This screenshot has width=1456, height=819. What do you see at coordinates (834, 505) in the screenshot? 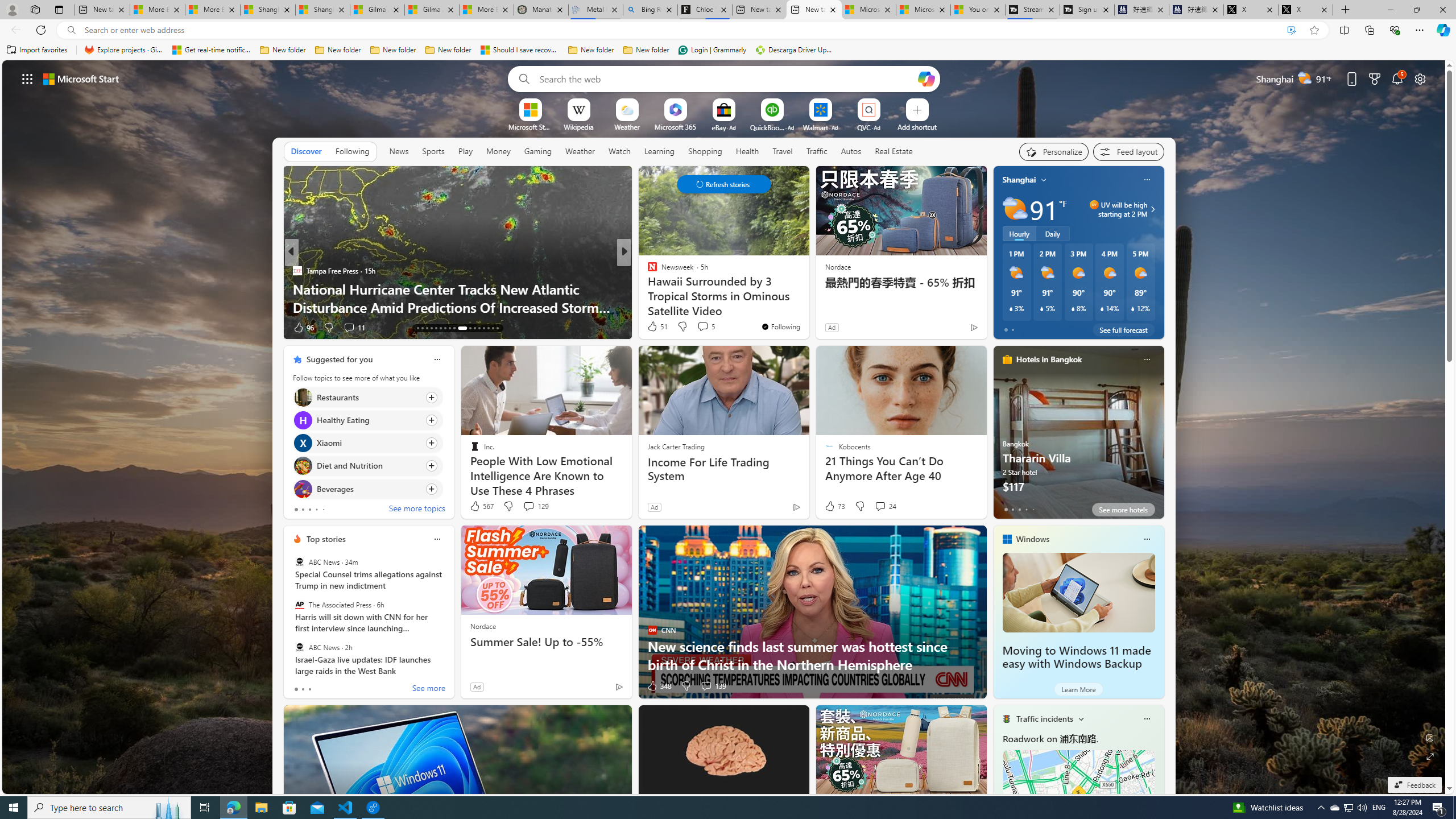
I see `'73 Like'` at bounding box center [834, 505].